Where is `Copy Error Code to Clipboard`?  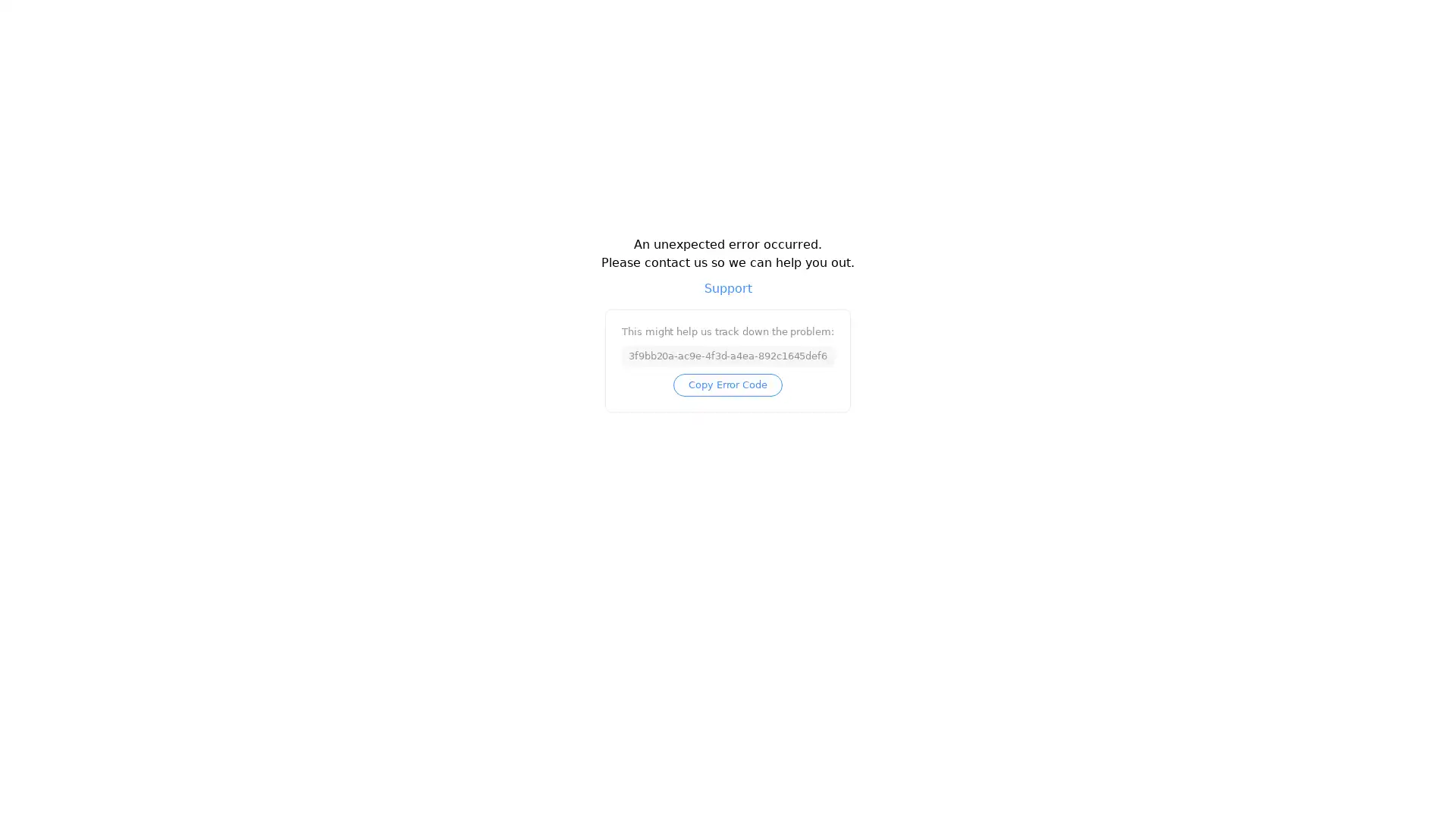
Copy Error Code to Clipboard is located at coordinates (726, 394).